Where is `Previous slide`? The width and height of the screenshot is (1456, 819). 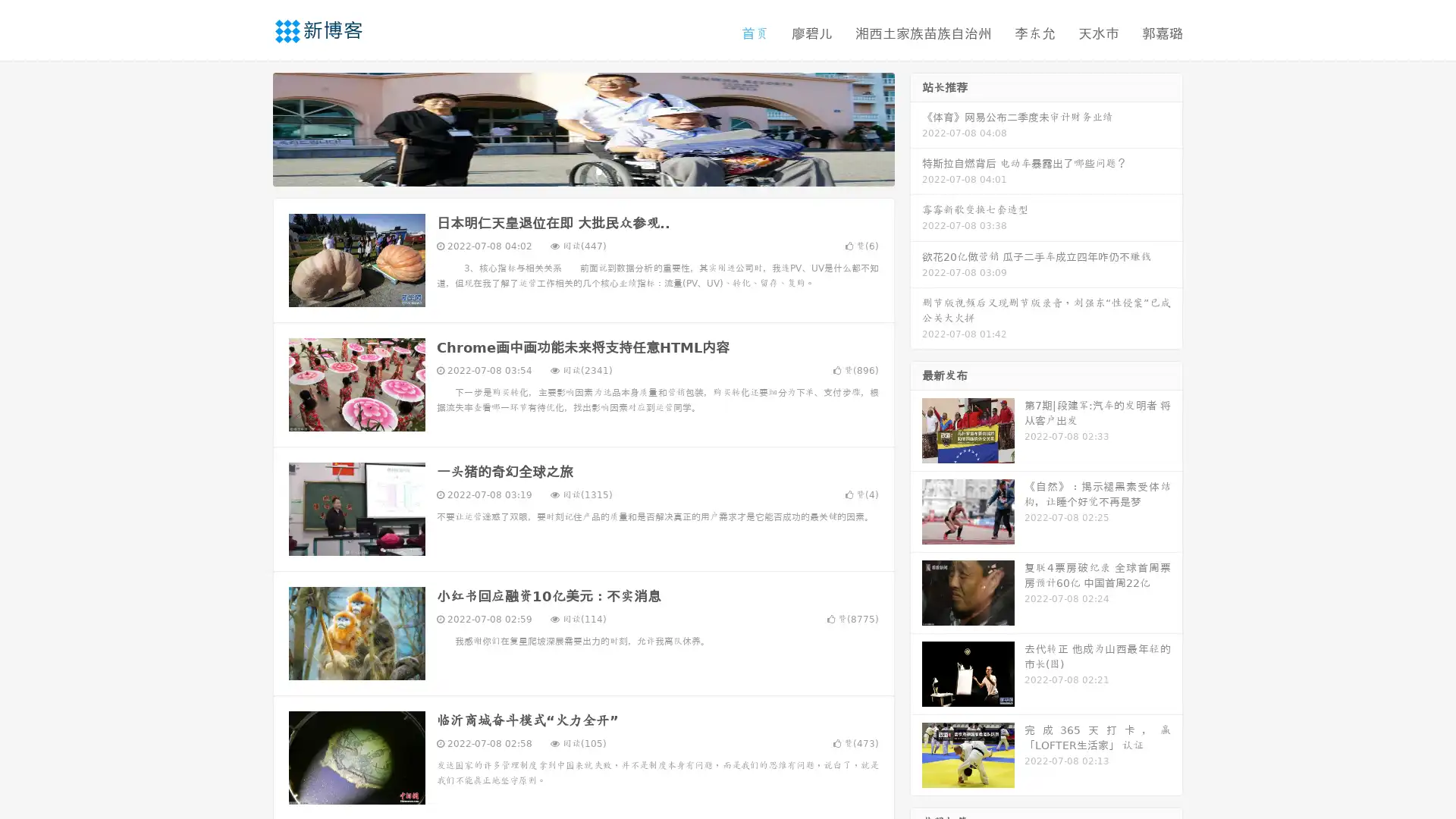 Previous slide is located at coordinates (250, 127).